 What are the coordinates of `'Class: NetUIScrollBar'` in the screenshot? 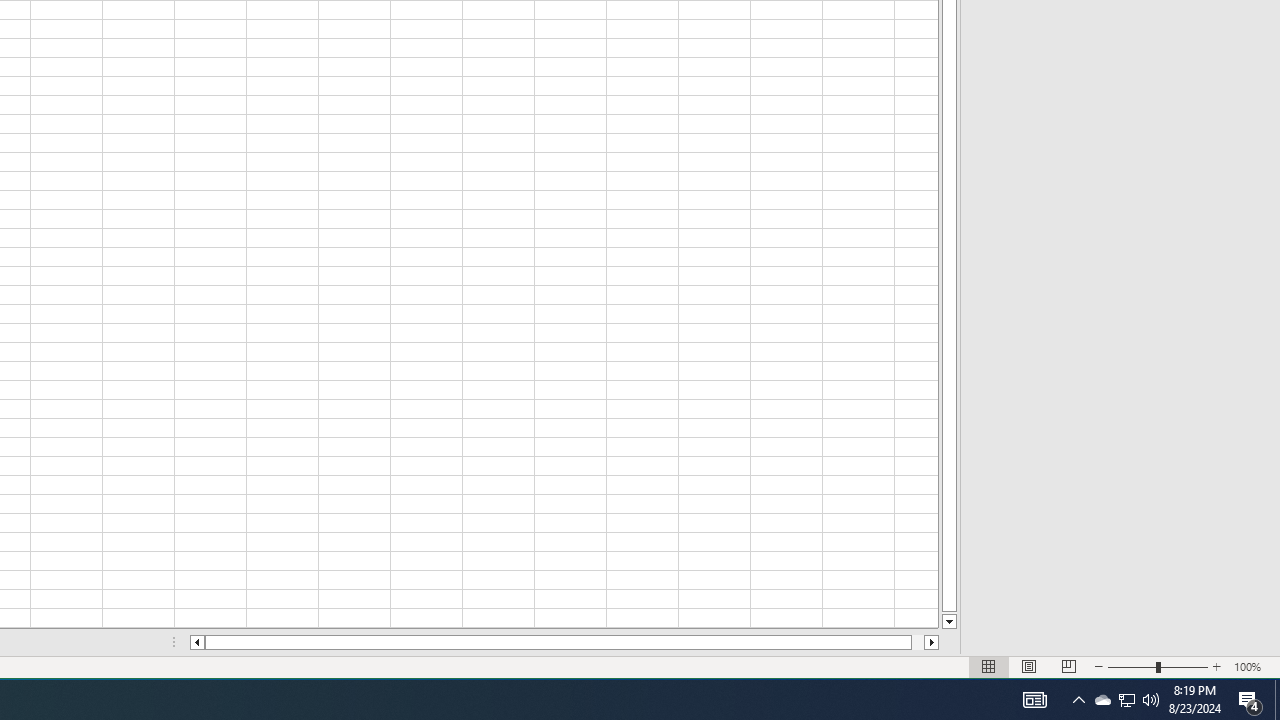 It's located at (563, 642).